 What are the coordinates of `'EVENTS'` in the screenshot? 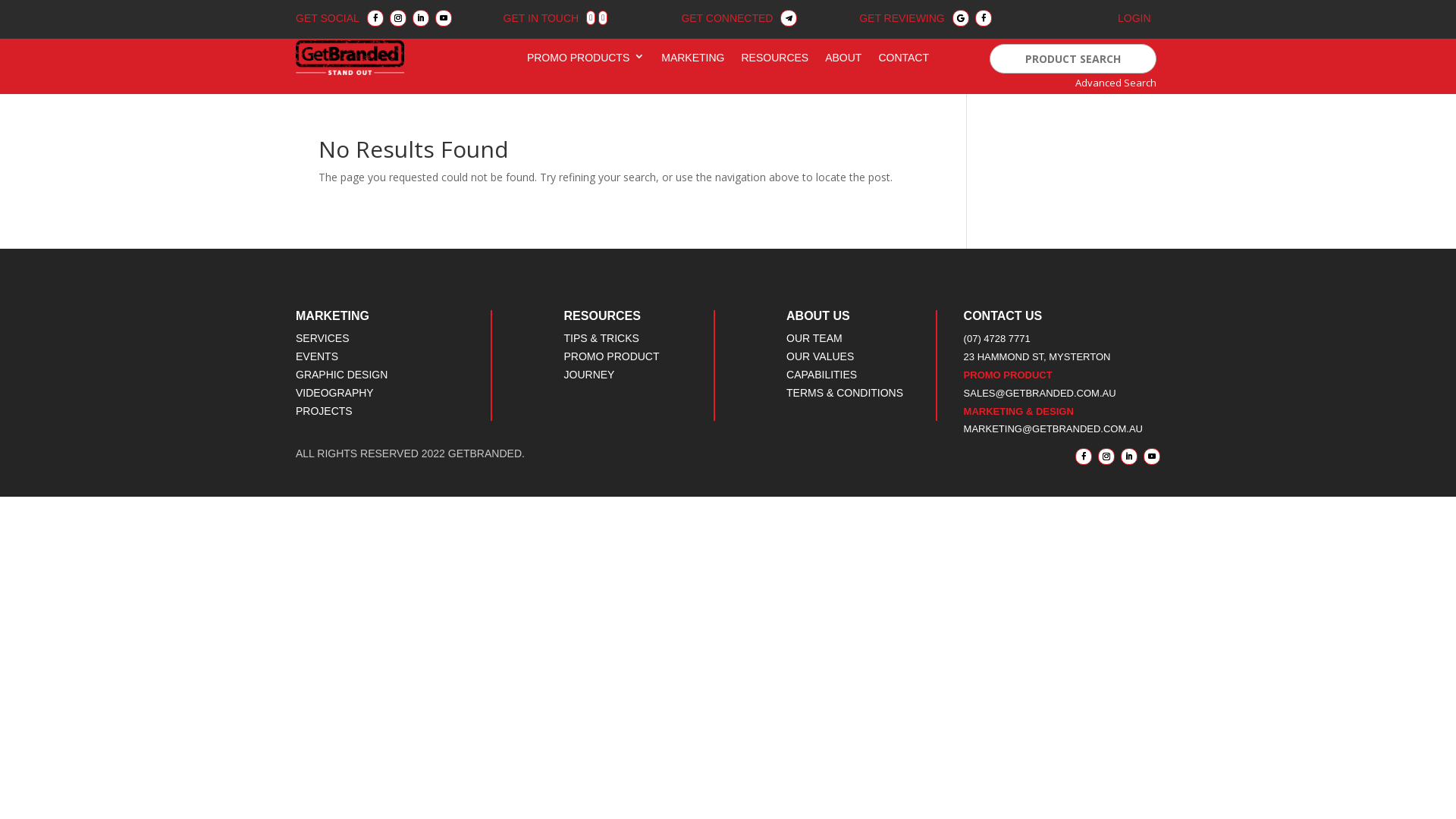 It's located at (315, 356).